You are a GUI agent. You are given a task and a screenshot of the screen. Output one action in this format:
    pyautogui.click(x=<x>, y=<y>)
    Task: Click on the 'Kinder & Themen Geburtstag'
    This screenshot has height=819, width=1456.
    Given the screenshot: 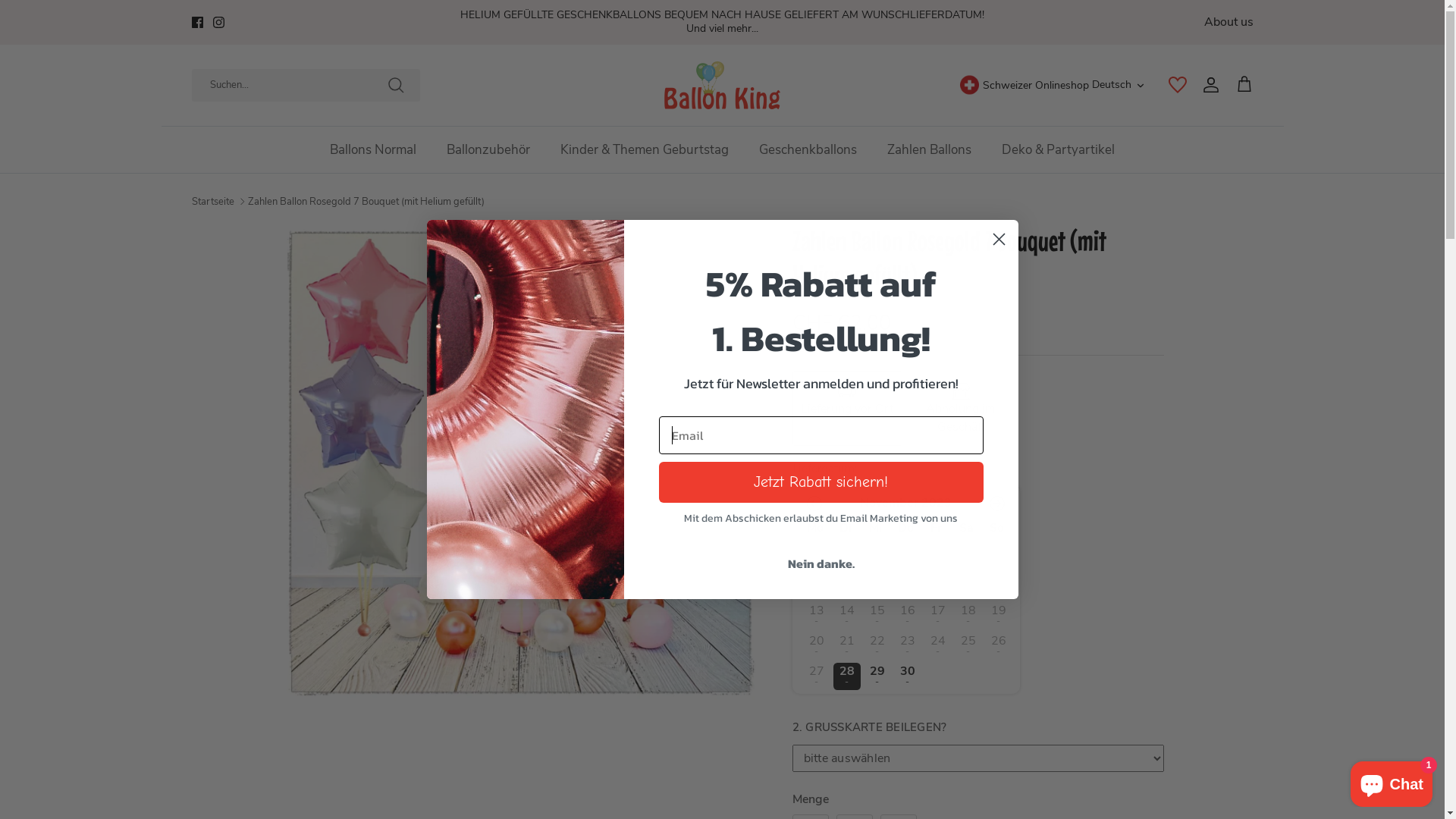 What is the action you would take?
    pyautogui.click(x=644, y=149)
    